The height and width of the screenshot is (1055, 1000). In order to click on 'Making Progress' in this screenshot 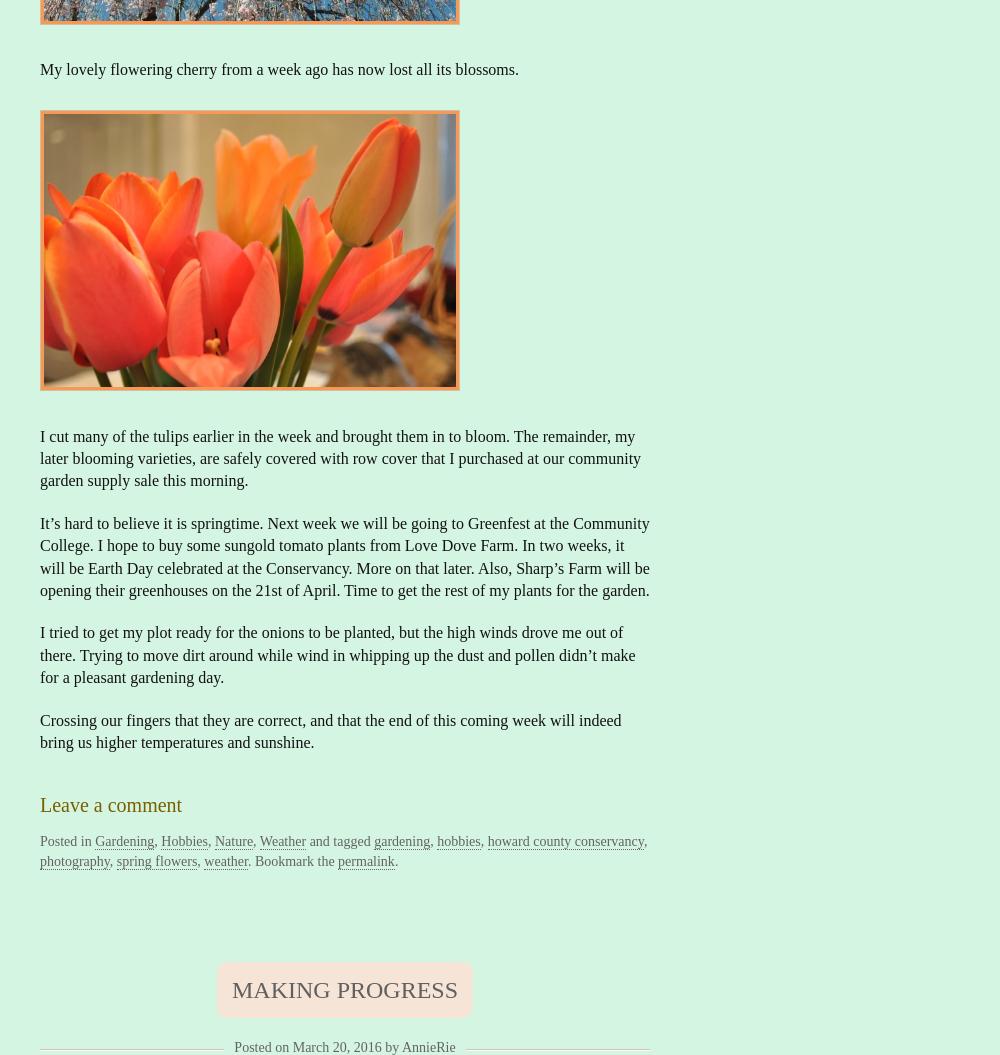, I will do `click(230, 988)`.